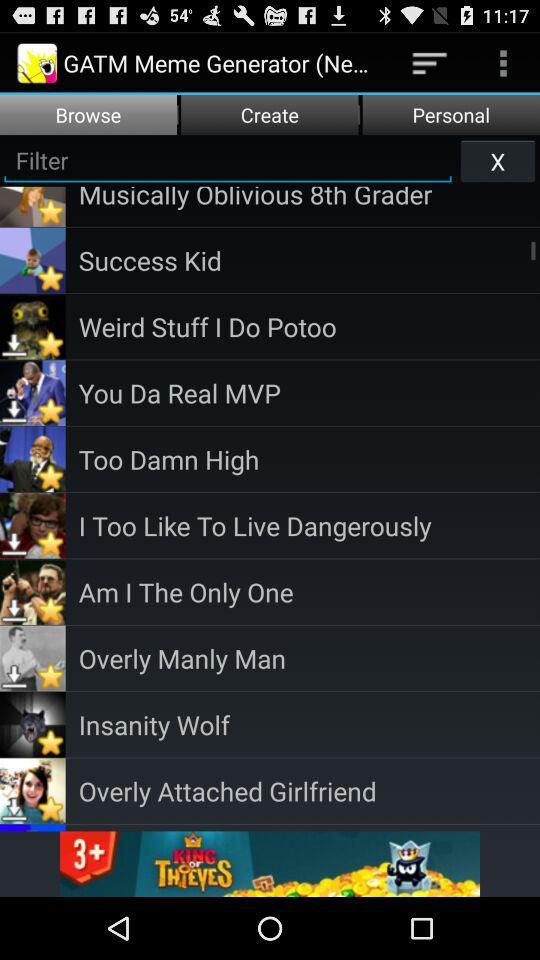 The image size is (540, 960). I want to click on the app below am i the icon, so click(309, 657).